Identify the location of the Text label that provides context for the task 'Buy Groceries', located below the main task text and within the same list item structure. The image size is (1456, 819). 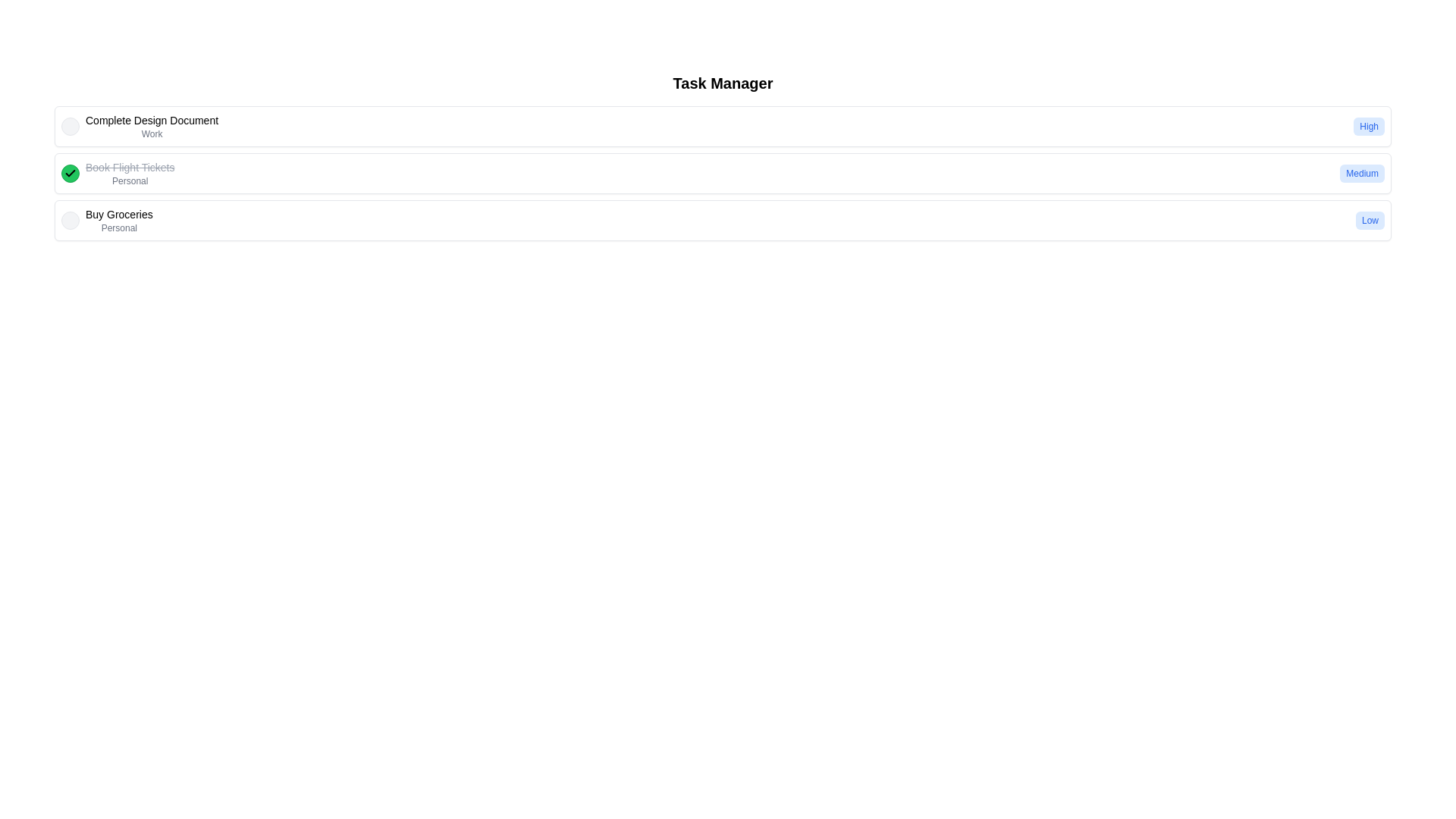
(118, 227).